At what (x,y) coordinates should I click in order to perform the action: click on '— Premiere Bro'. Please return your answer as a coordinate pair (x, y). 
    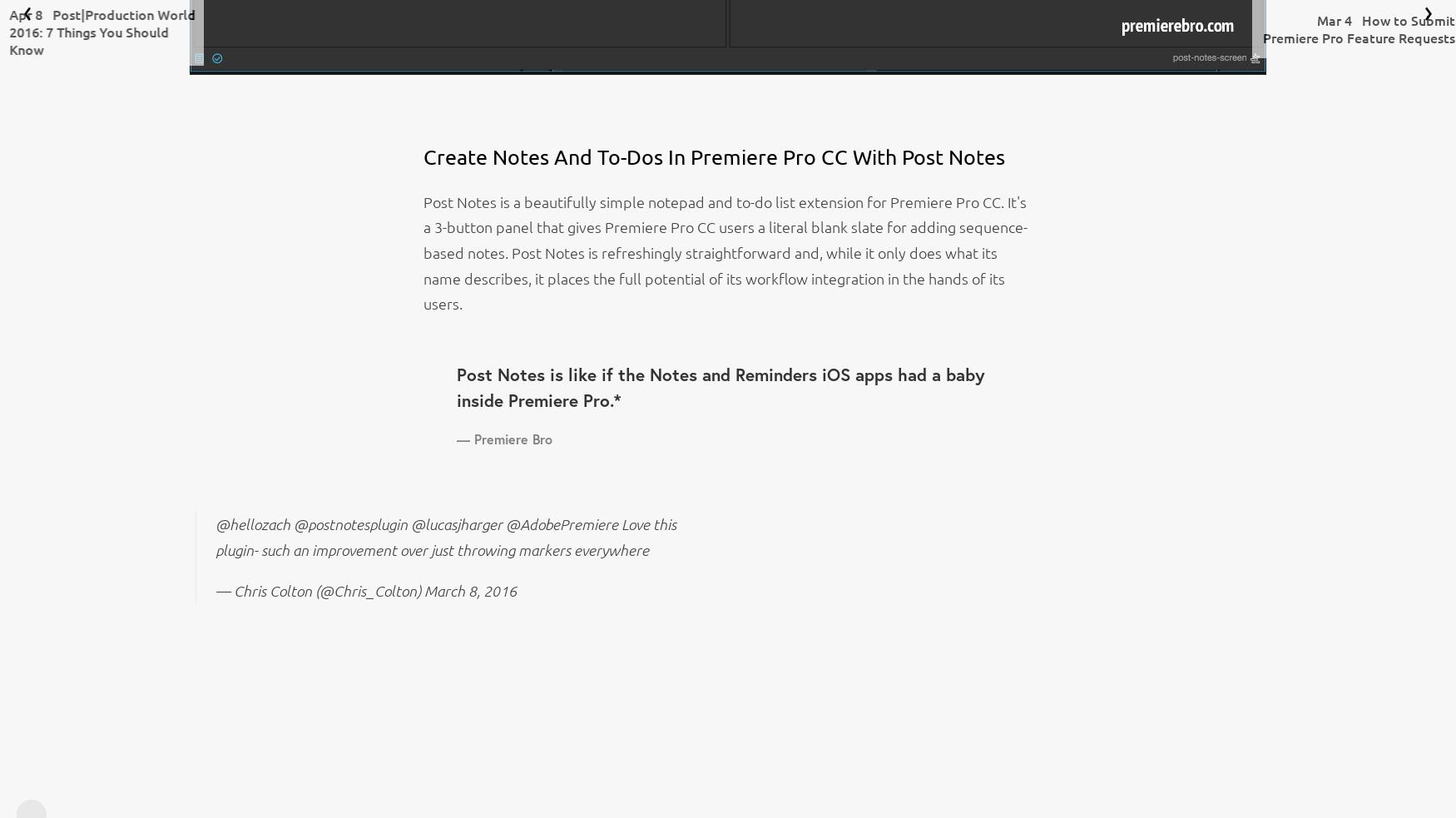
    Looking at the image, I should click on (503, 439).